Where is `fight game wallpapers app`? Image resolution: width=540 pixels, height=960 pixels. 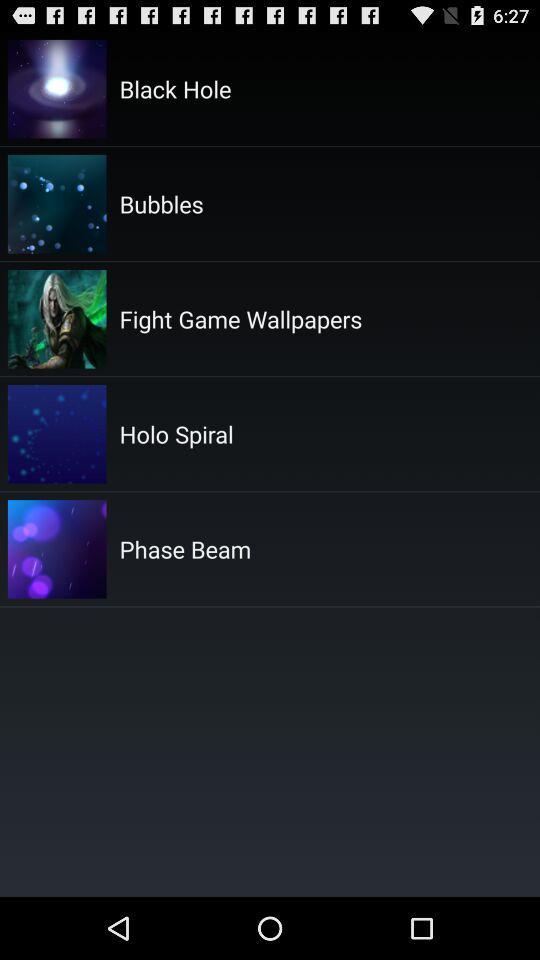 fight game wallpapers app is located at coordinates (240, 318).